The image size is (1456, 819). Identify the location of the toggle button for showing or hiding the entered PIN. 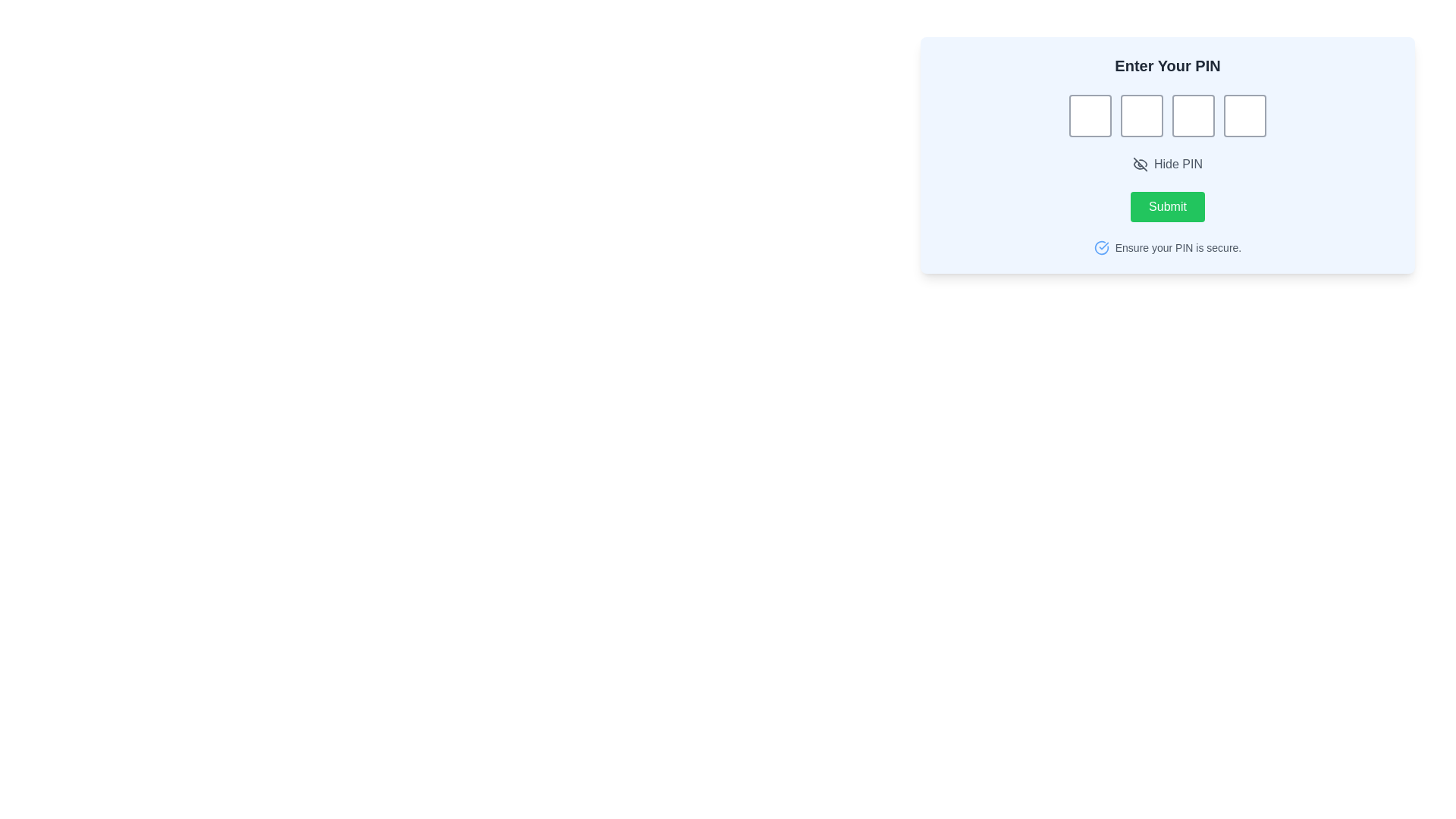
(1167, 164).